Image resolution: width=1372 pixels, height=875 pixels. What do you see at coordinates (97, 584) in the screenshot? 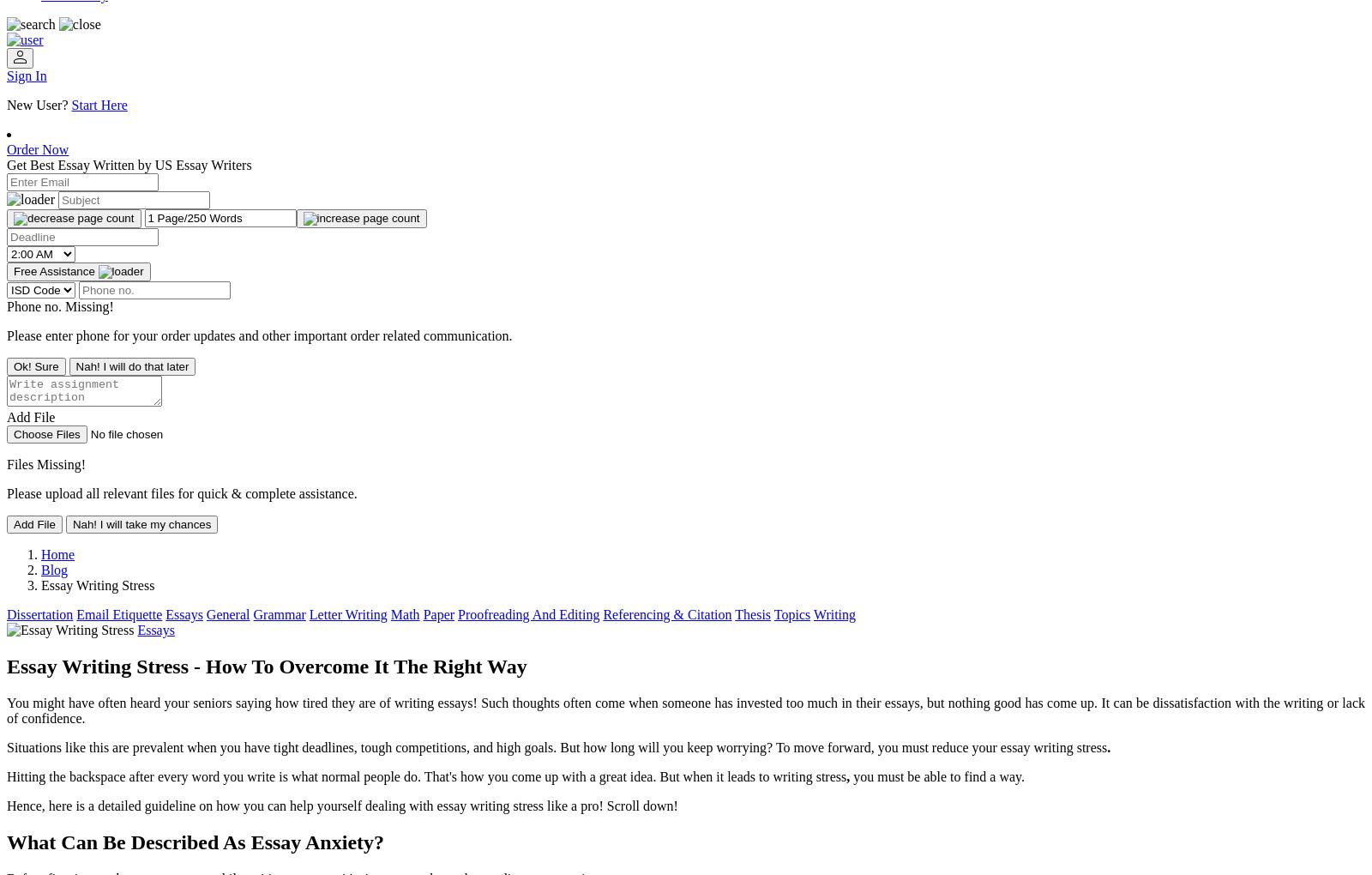
I see `'Essay Writing Stress'` at bounding box center [97, 584].